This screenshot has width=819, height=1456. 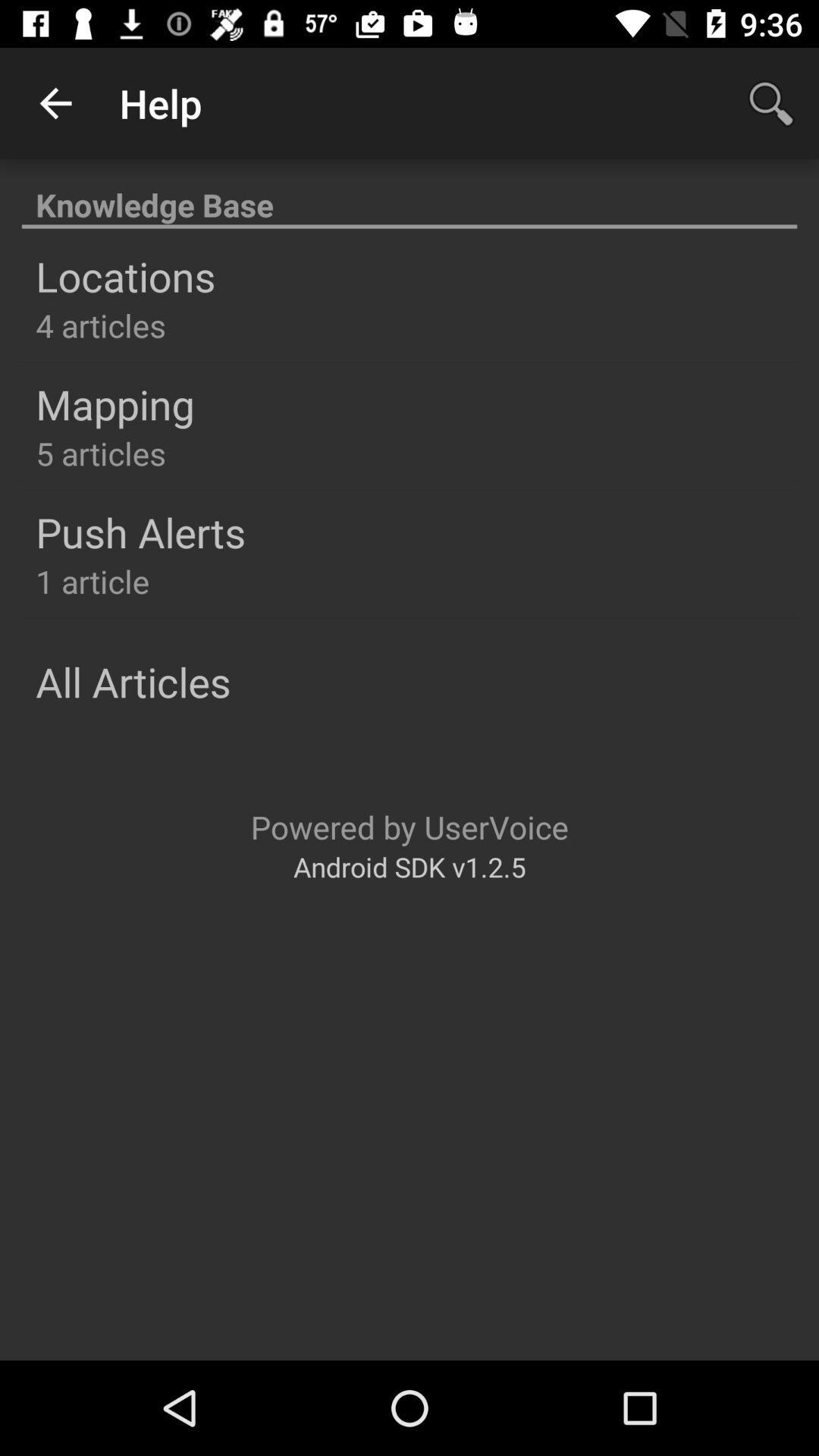 I want to click on the item above 1 article, so click(x=140, y=532).